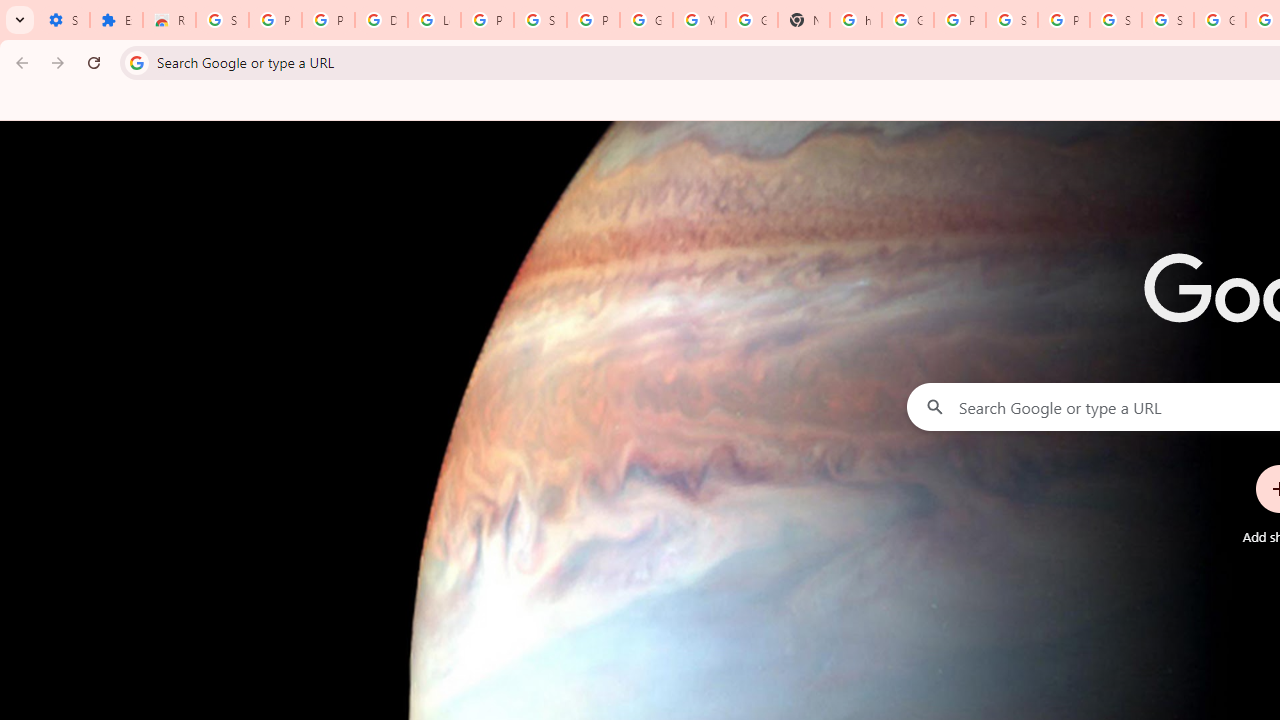 The height and width of the screenshot is (720, 1280). Describe the element at coordinates (433, 20) in the screenshot. I see `'Learn how to find your photos - Google Photos Help'` at that location.